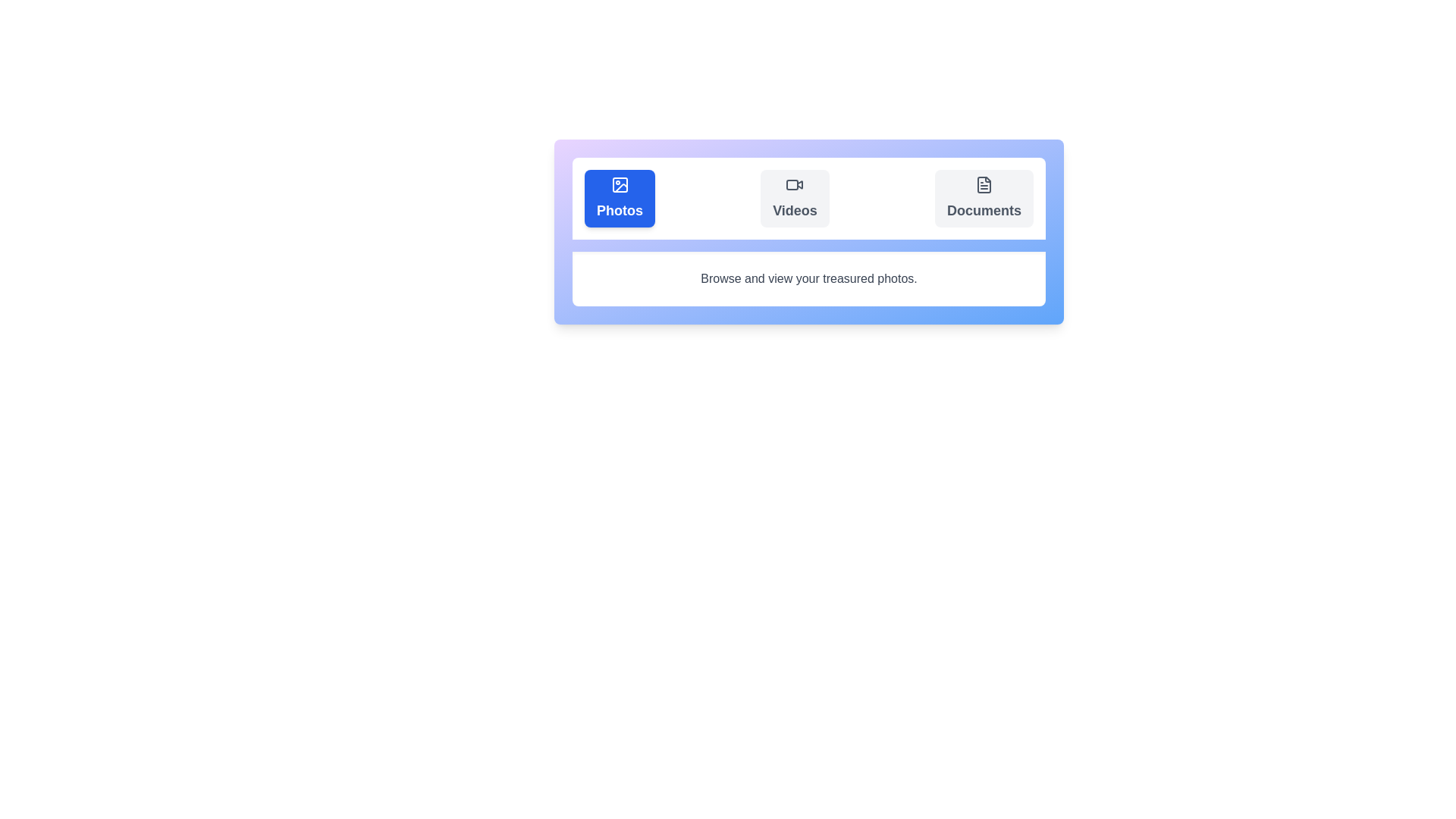 This screenshot has height=819, width=1456. What do you see at coordinates (808, 278) in the screenshot?
I see `the static text label that provides descriptive information about browsing and viewing photos, located below the options 'Photos,' 'Videos,' and 'Documents.'` at bounding box center [808, 278].